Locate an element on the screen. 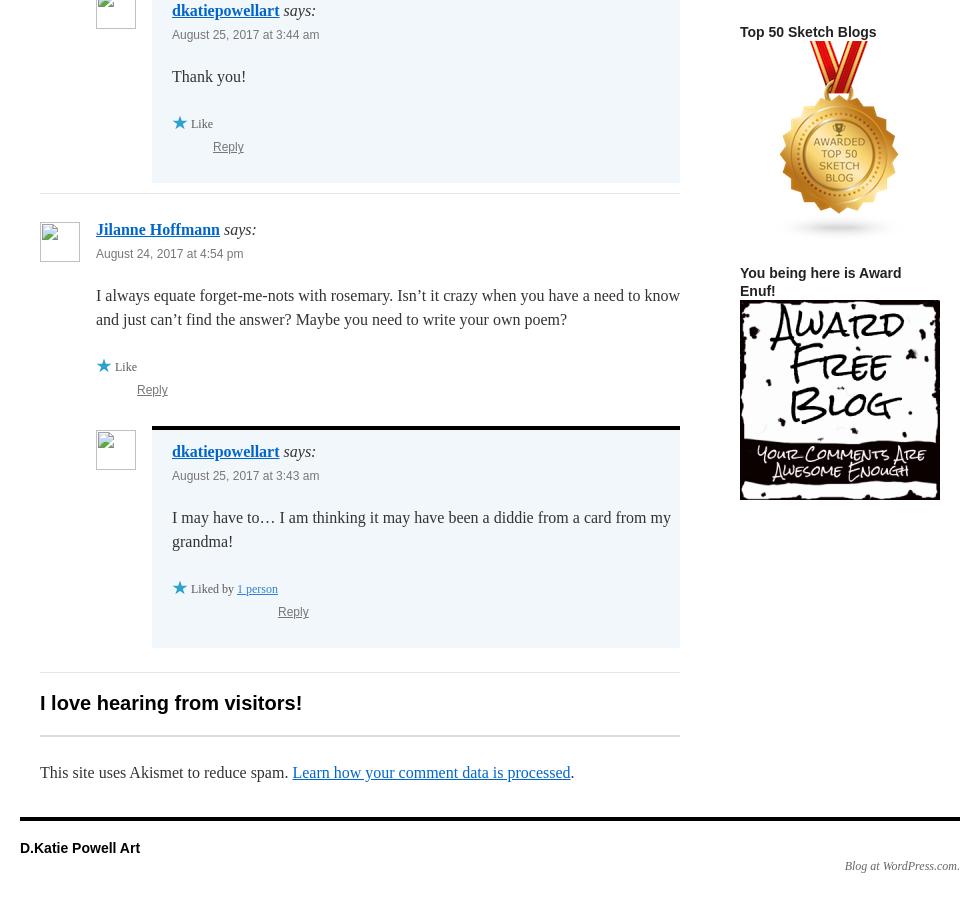  '.' is located at coordinates (572, 771).